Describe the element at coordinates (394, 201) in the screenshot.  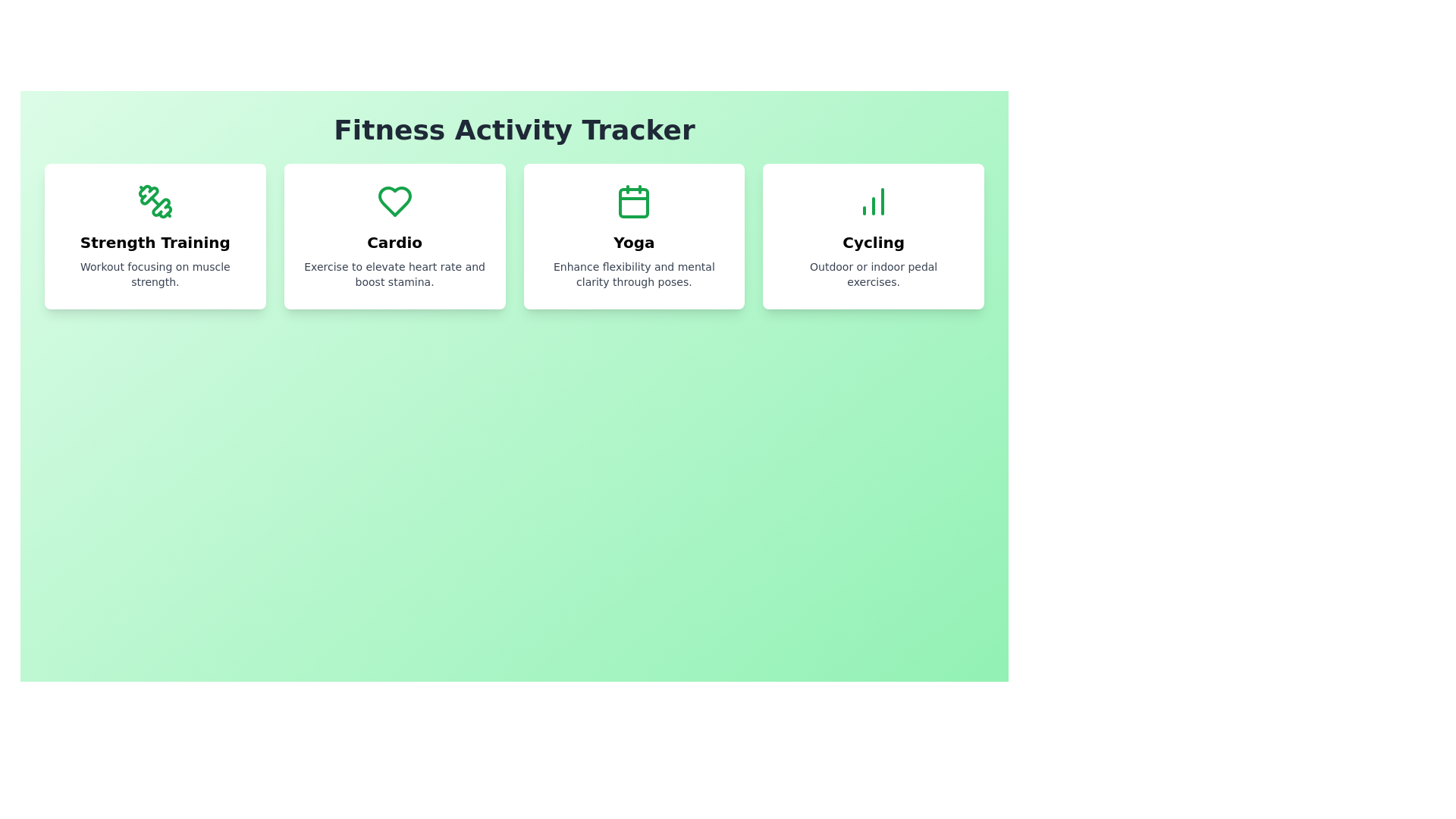
I see `the heart-shaped icon with a green outline located above the text 'Cardio' within the 'Cardio' card` at that location.